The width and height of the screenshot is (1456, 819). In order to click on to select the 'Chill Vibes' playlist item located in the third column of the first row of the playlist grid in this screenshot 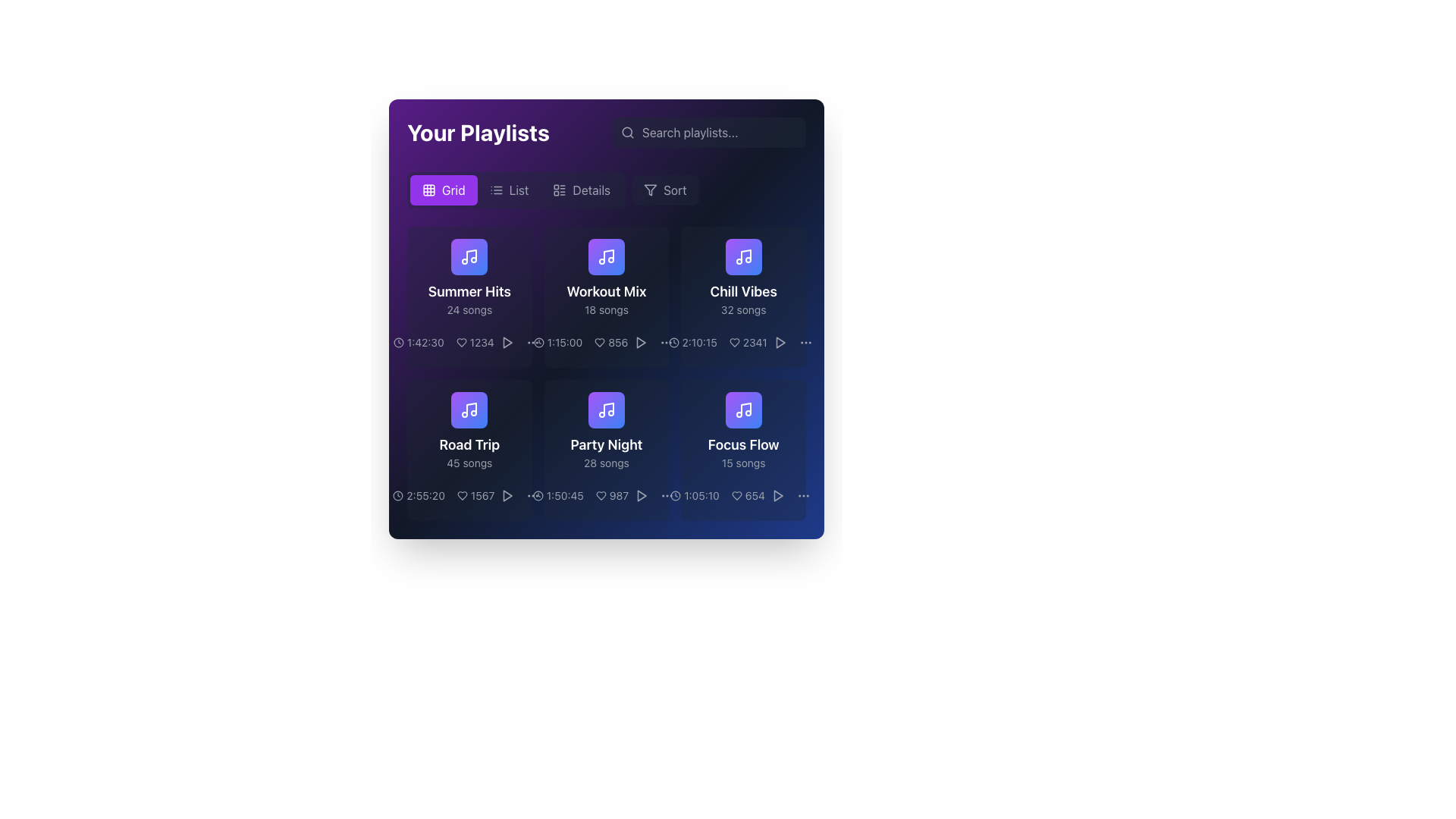, I will do `click(743, 297)`.